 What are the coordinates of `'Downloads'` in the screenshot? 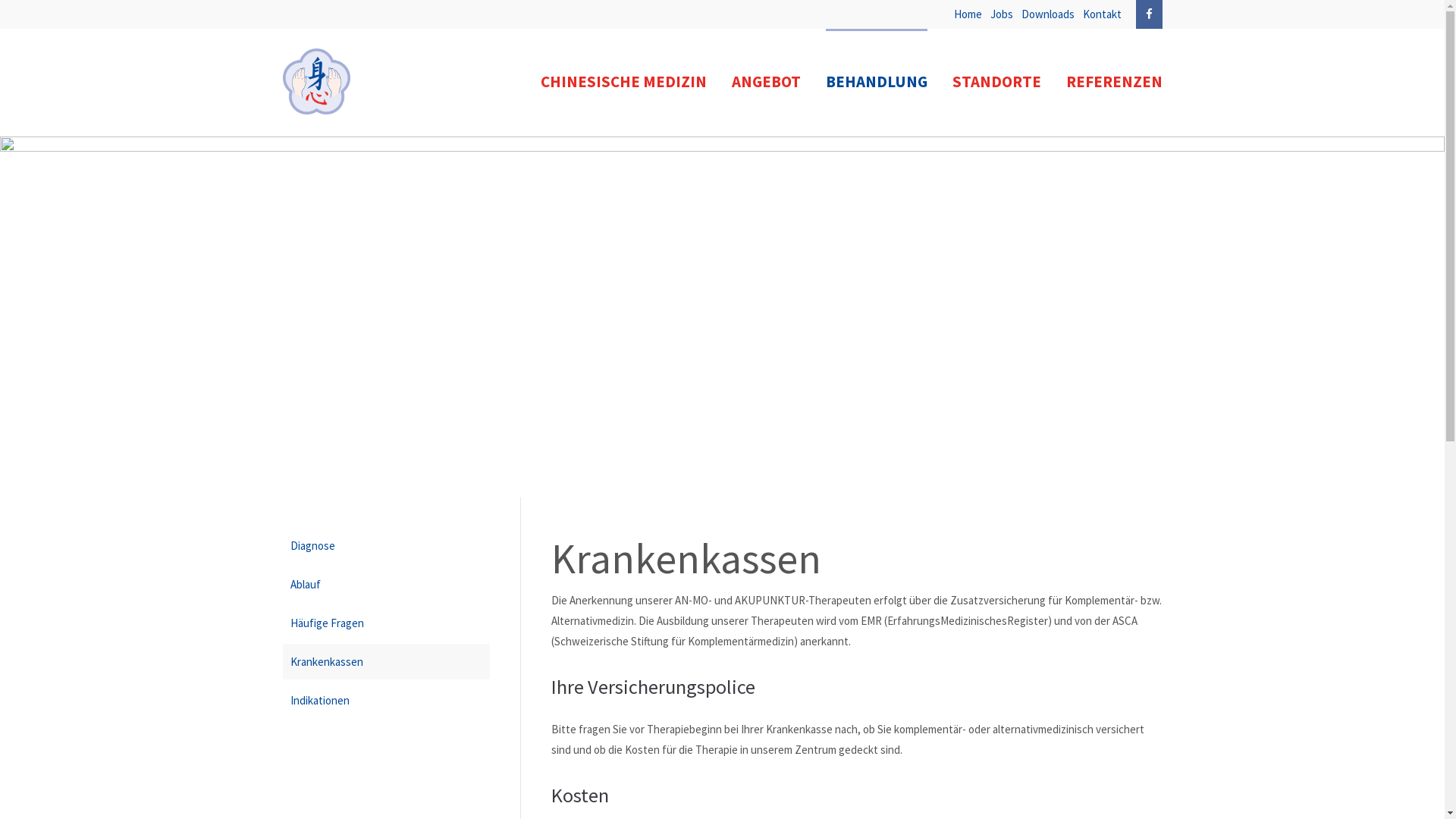 It's located at (1047, 14).